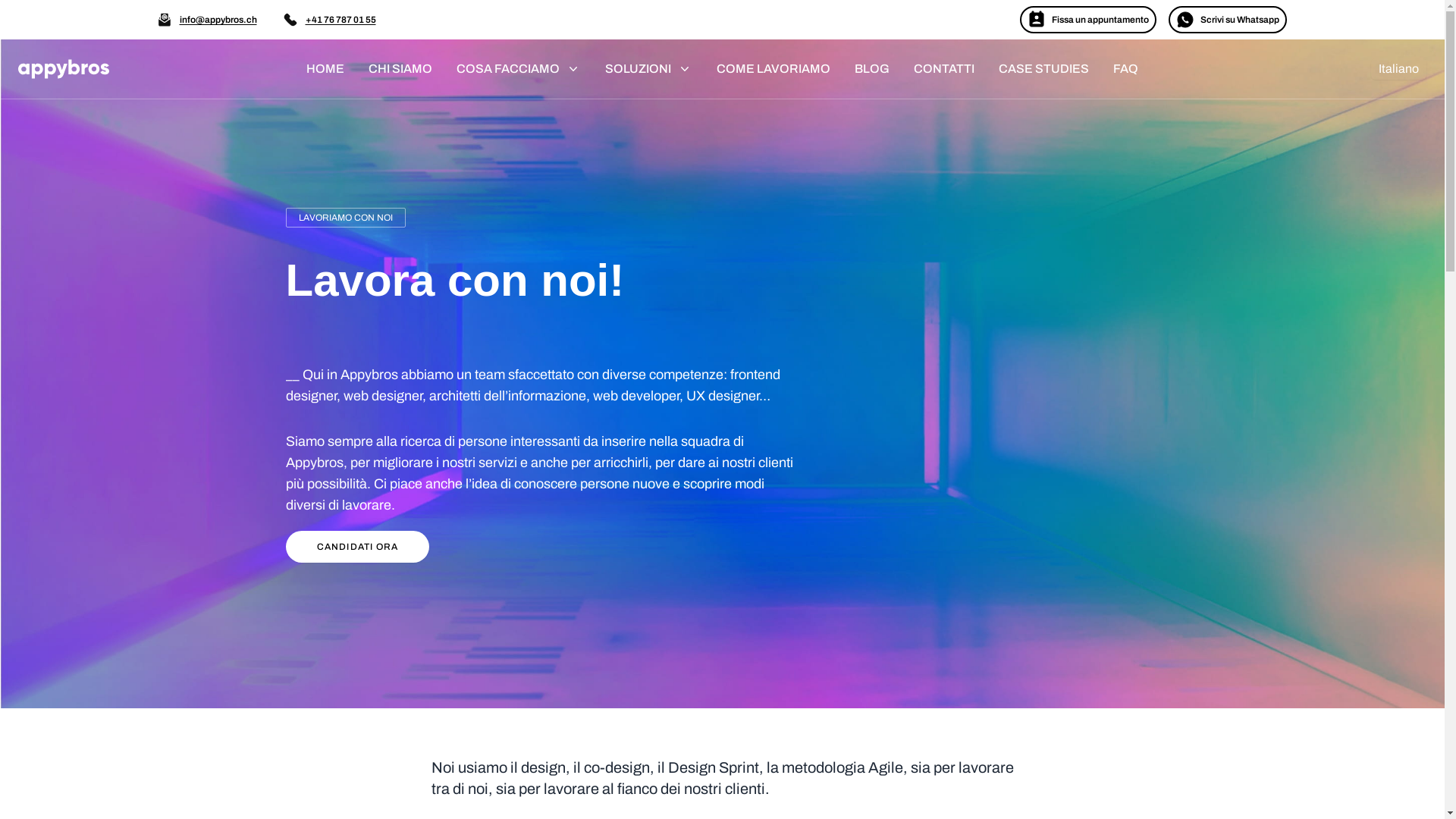  I want to click on 'FAQ', so click(1125, 69).